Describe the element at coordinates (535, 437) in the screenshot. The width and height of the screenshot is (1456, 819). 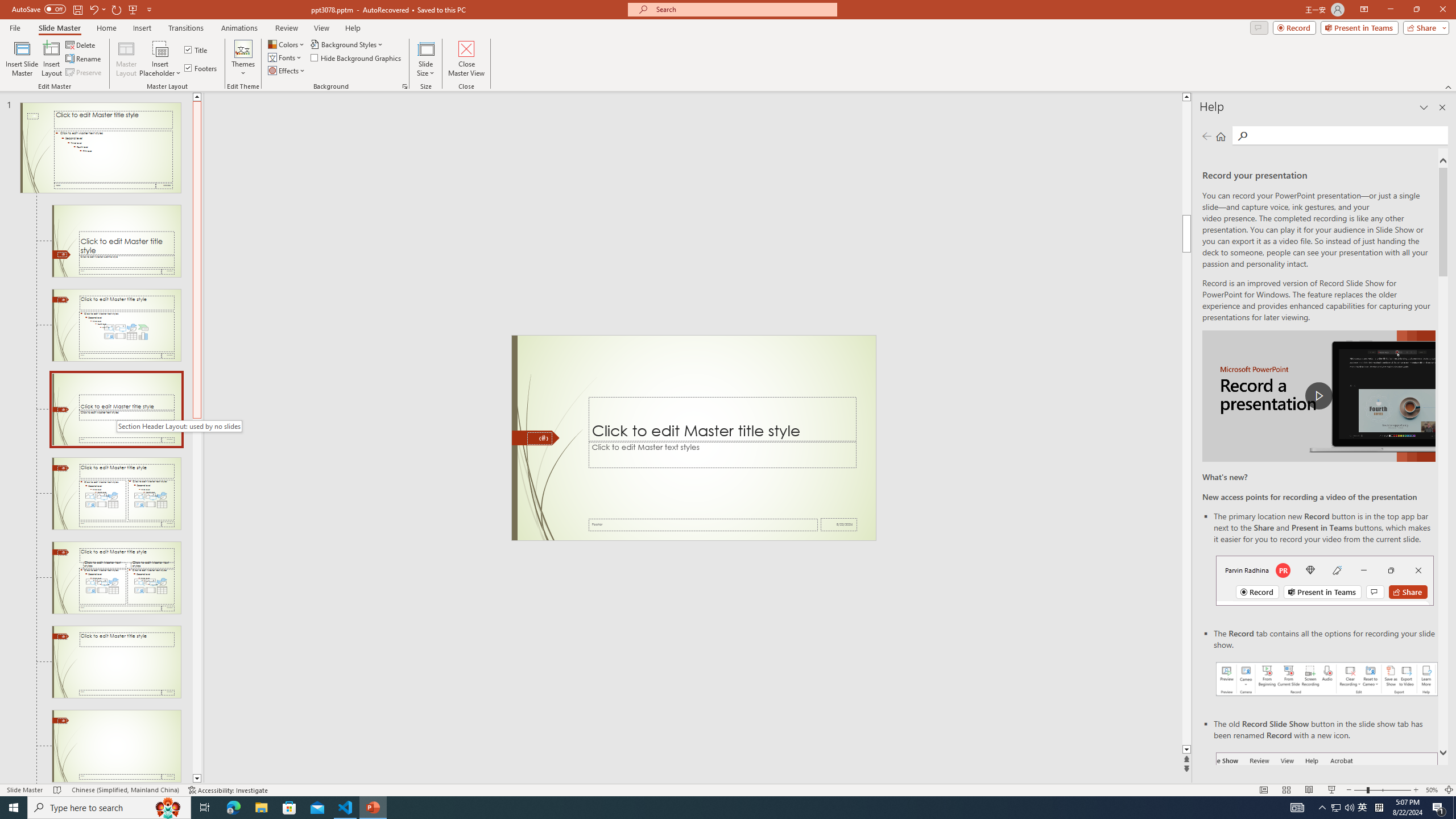
I see `'Freeform 11'` at that location.